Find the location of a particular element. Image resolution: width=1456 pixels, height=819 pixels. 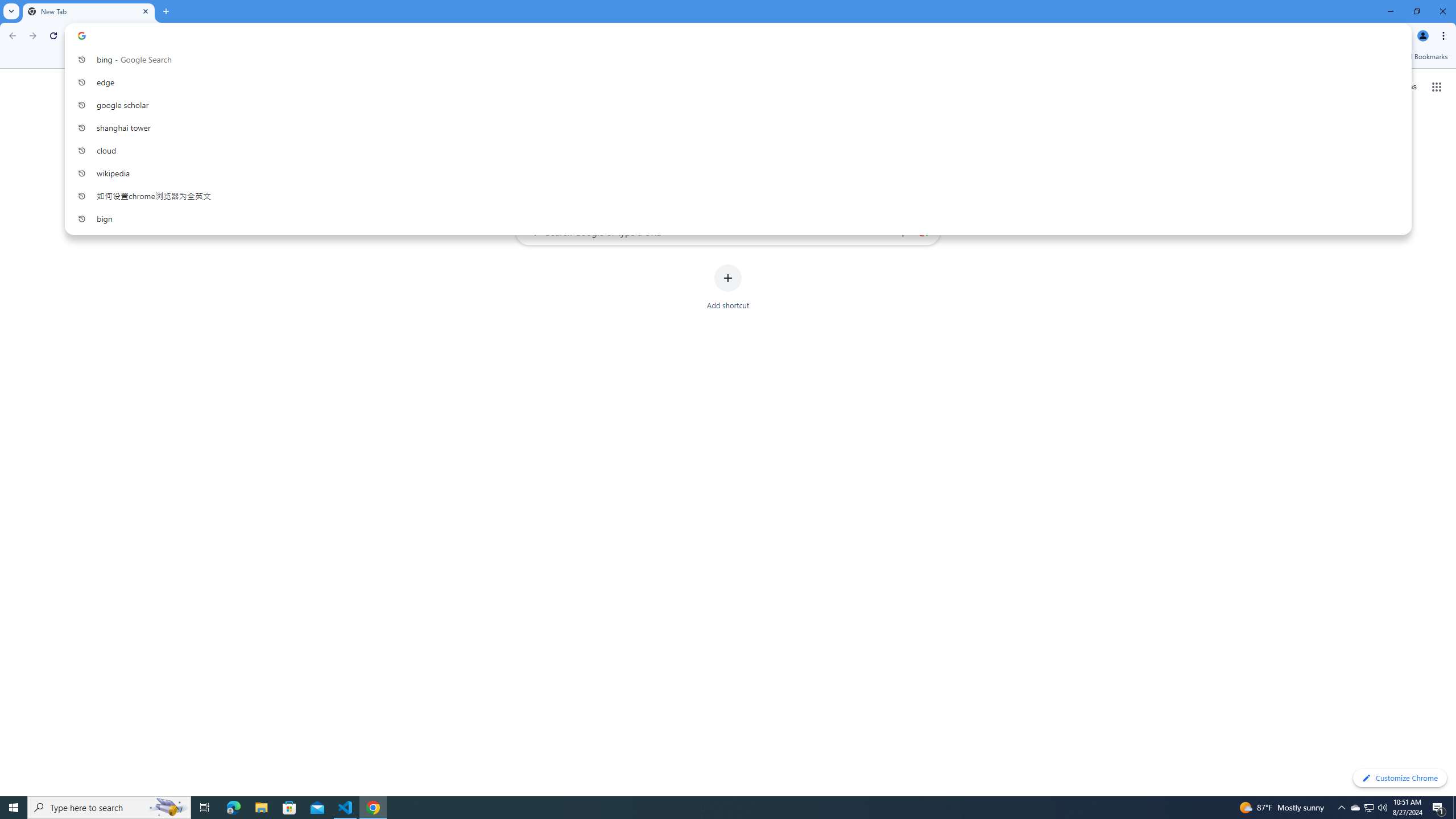

'All Bookmarks' is located at coordinates (1418, 56).